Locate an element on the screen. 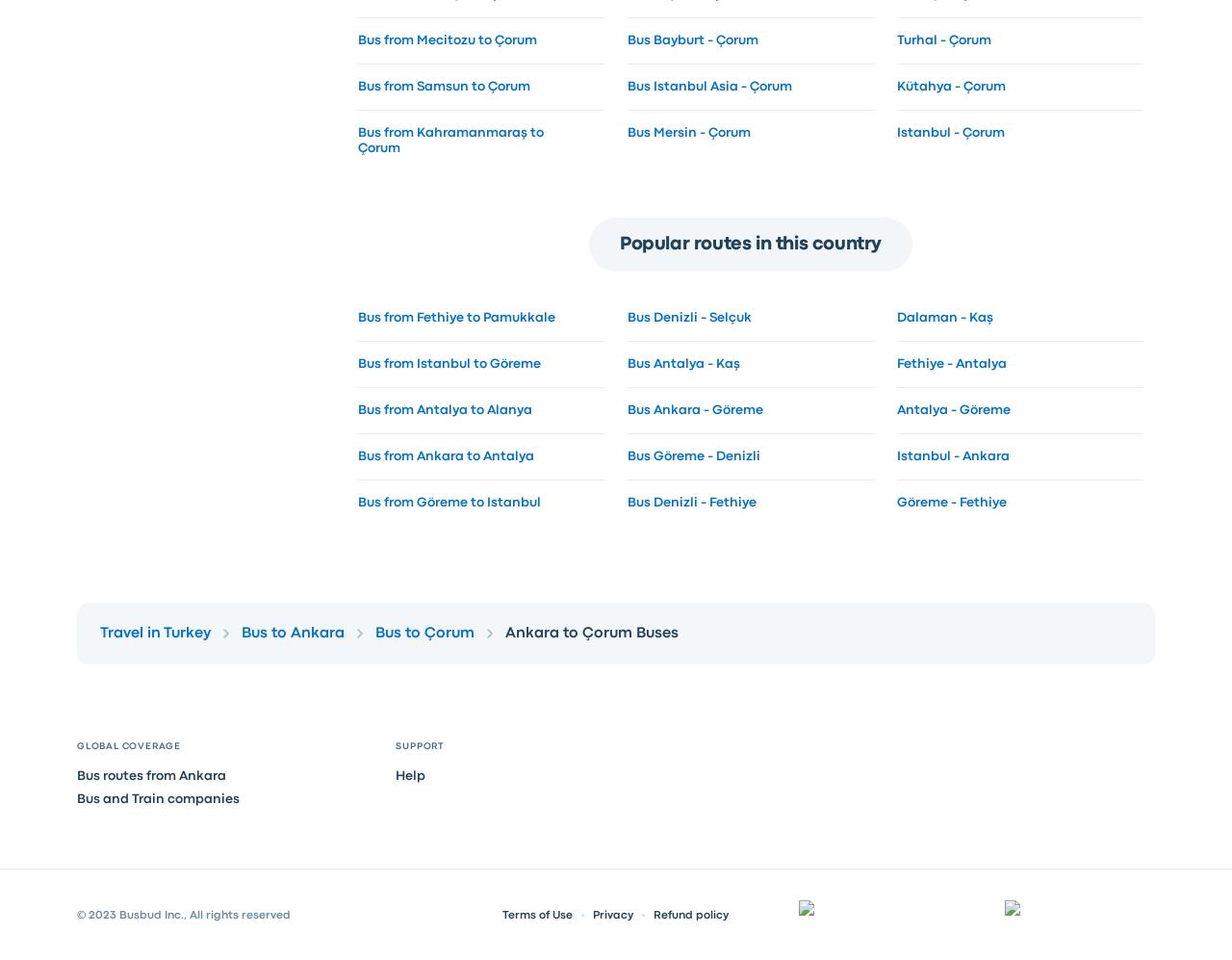 Image resolution: width=1232 pixels, height=960 pixels. 'Dalaman - Kaş' is located at coordinates (943, 316).